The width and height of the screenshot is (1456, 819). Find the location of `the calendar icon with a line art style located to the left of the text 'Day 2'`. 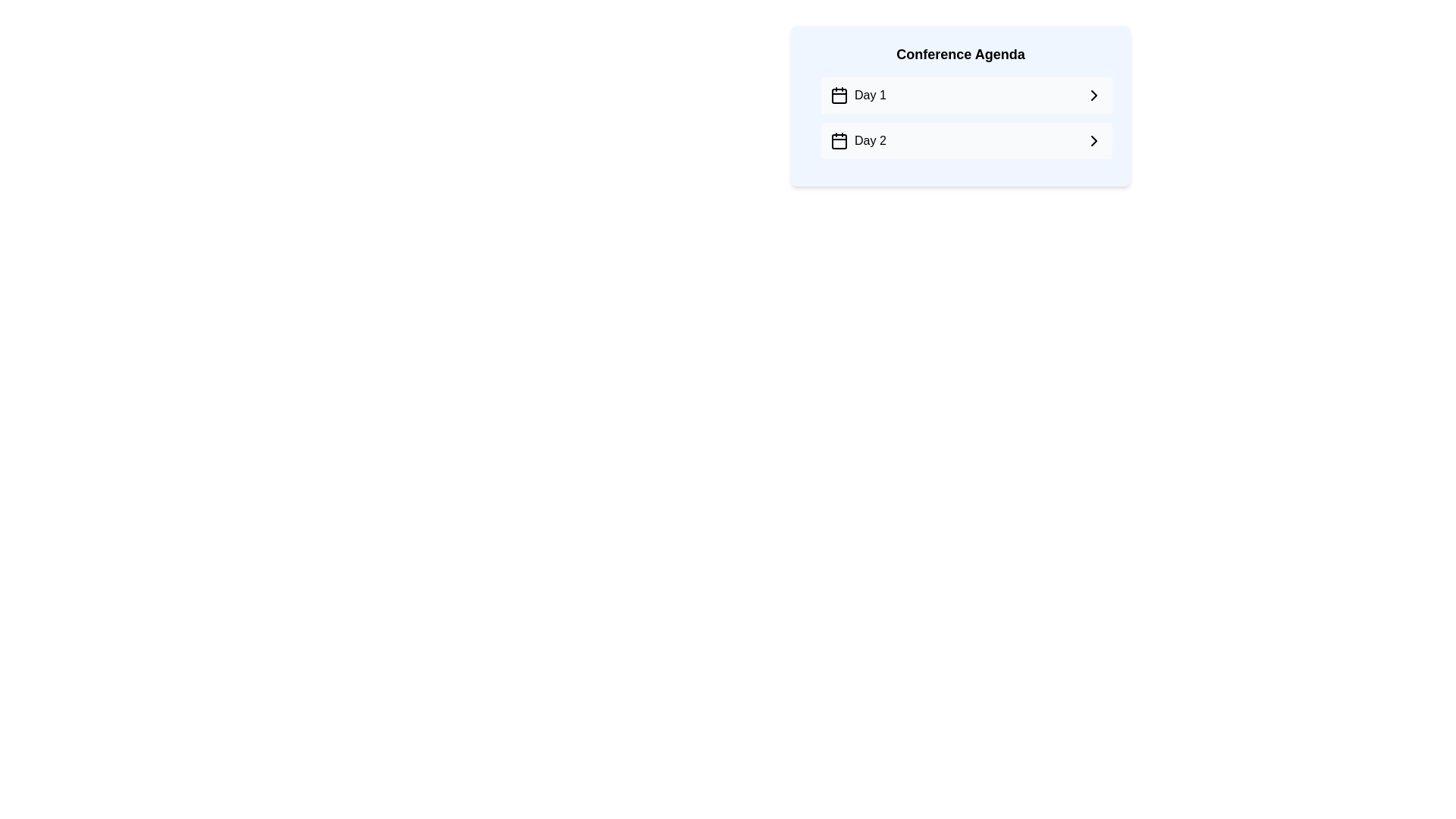

the calendar icon with a line art style located to the left of the text 'Day 2' is located at coordinates (839, 140).